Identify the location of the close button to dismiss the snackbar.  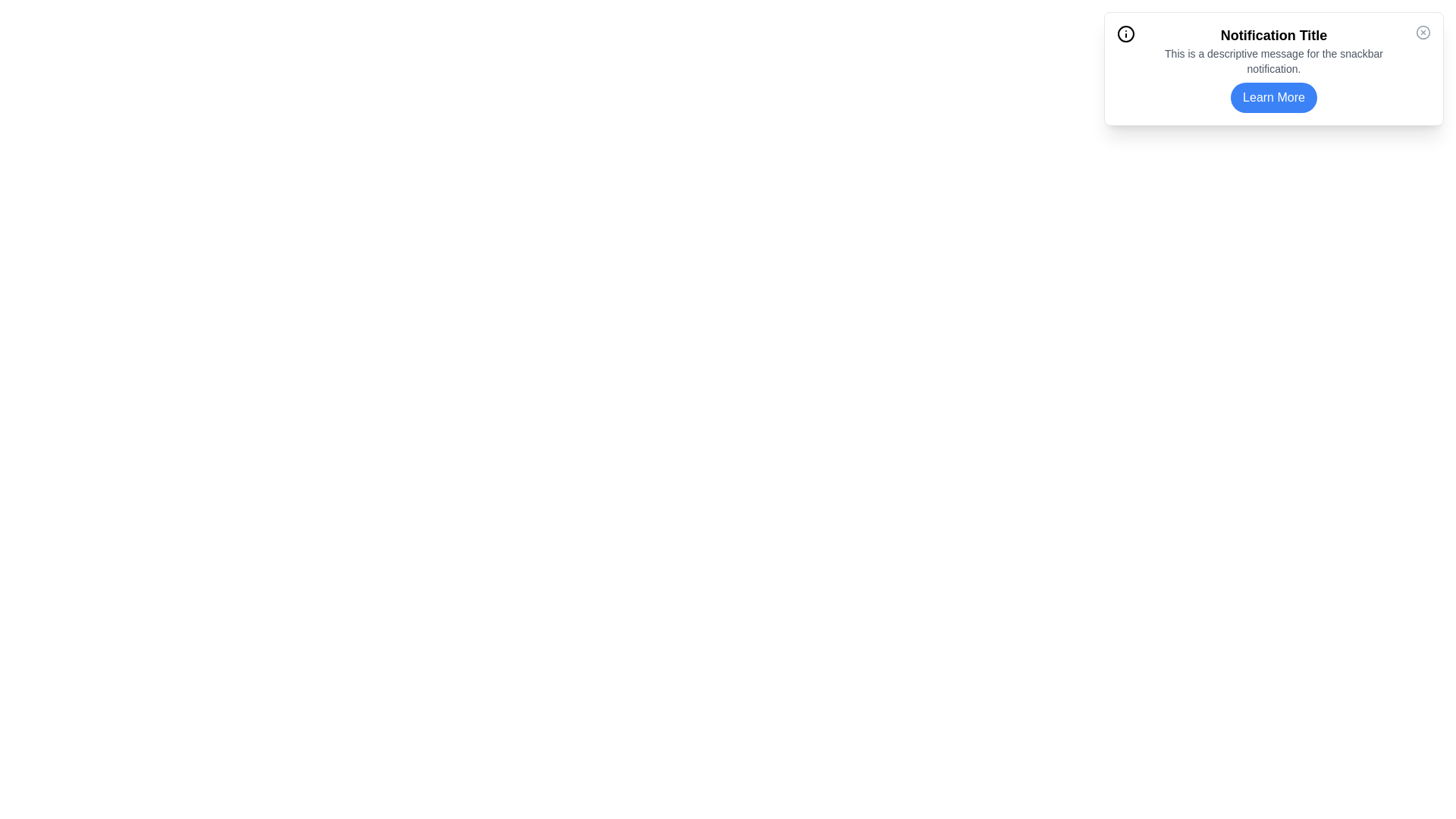
(1422, 32).